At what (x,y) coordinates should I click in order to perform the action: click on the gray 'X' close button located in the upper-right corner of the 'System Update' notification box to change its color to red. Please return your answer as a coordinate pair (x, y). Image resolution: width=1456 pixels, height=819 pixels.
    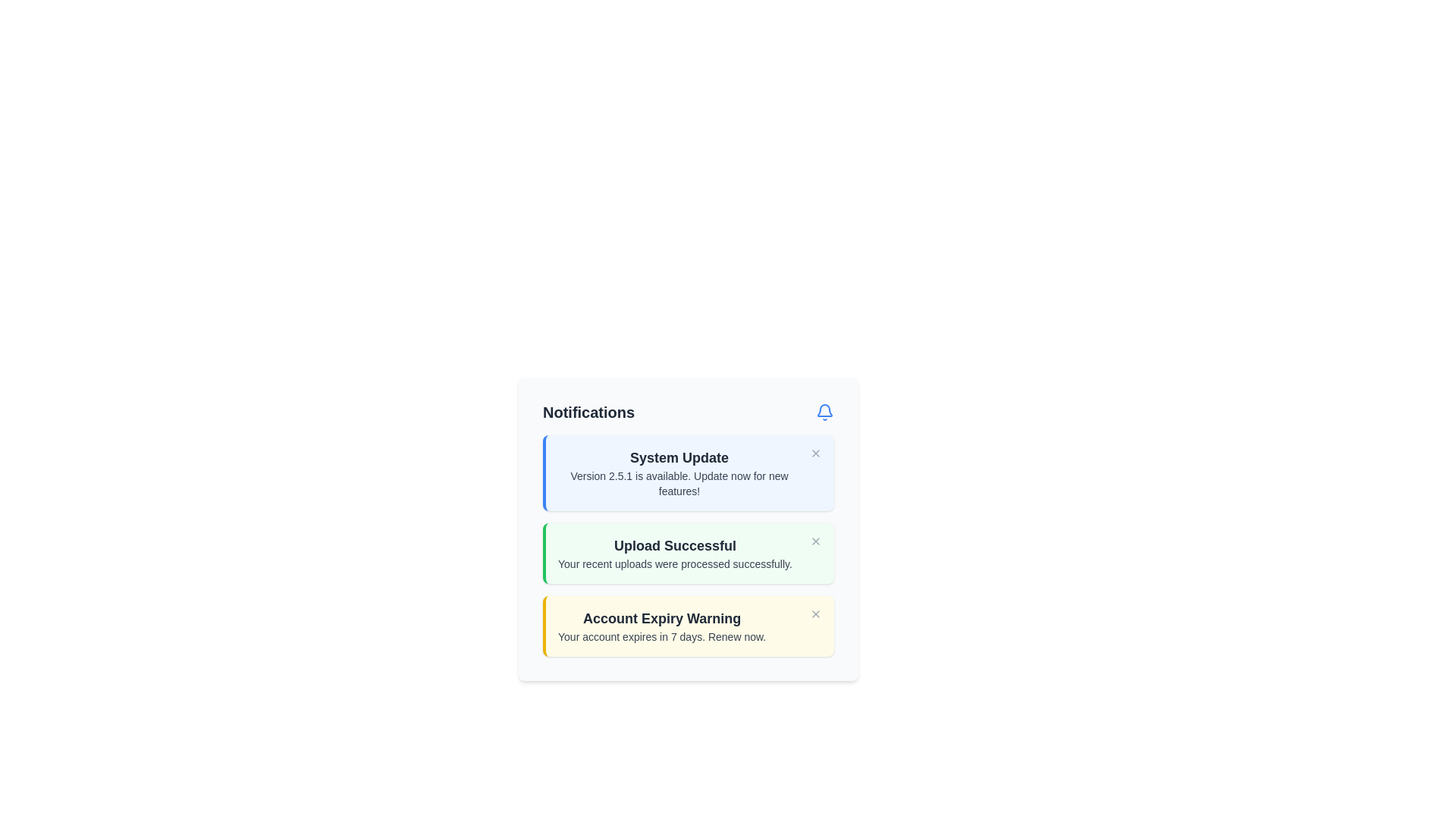
    Looking at the image, I should click on (814, 452).